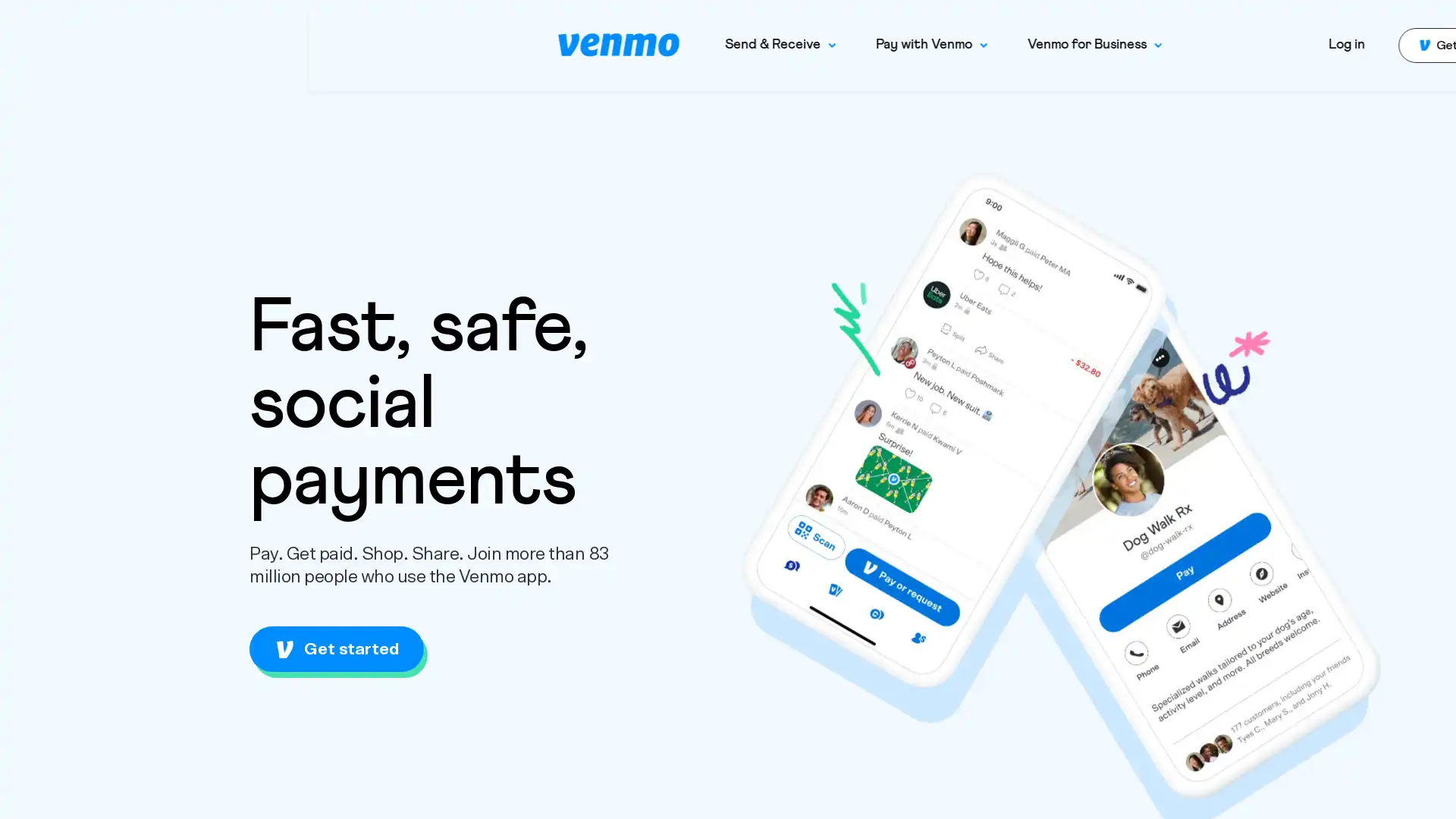 This screenshot has width=1456, height=819. Describe the element at coordinates (623, 44) in the screenshot. I see `Pay with Venmo` at that location.